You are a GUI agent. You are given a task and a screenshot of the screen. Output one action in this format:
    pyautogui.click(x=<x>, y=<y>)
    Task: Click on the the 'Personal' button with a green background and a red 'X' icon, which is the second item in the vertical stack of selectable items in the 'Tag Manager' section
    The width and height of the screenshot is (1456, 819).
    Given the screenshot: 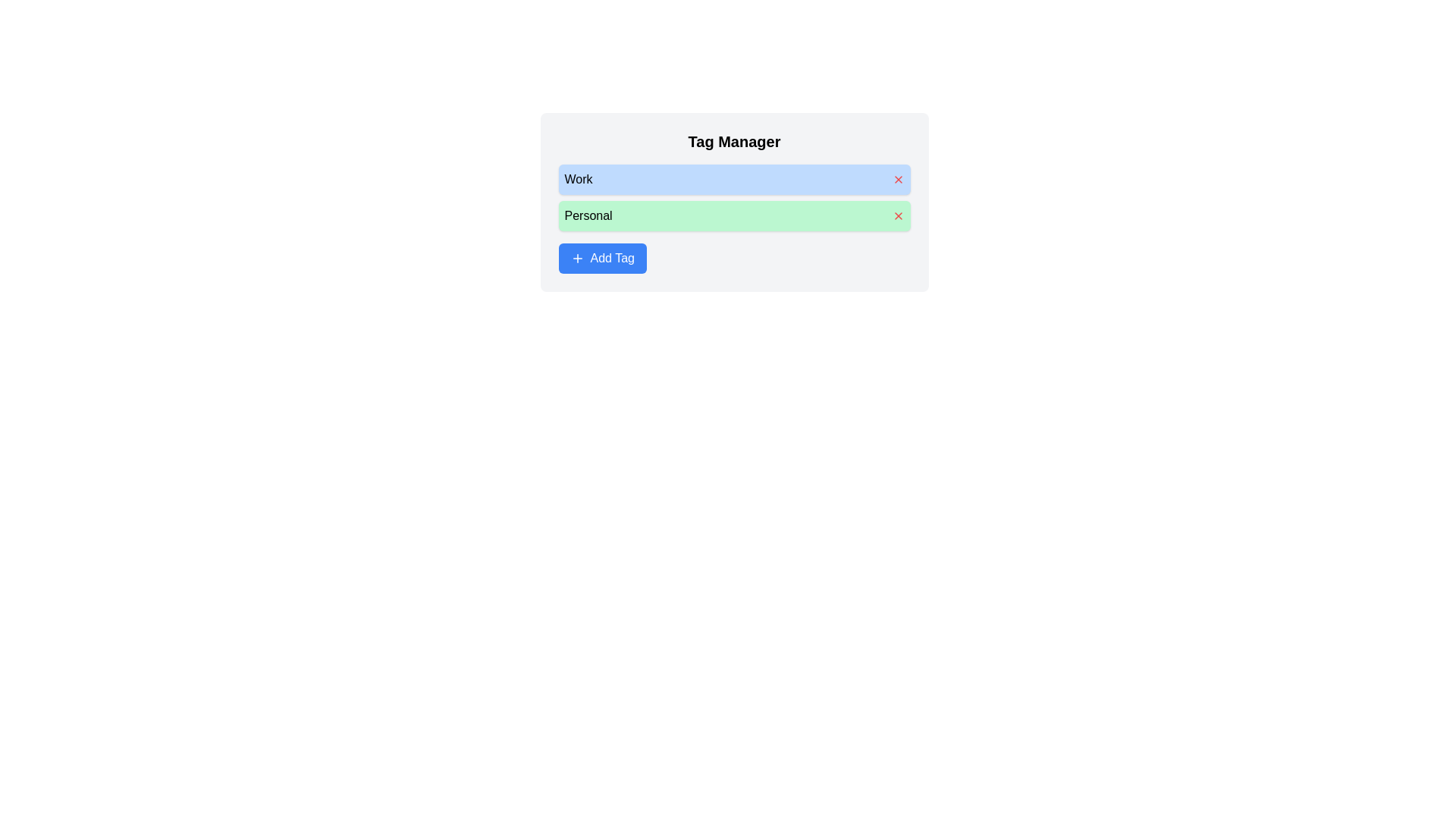 What is the action you would take?
    pyautogui.click(x=734, y=216)
    